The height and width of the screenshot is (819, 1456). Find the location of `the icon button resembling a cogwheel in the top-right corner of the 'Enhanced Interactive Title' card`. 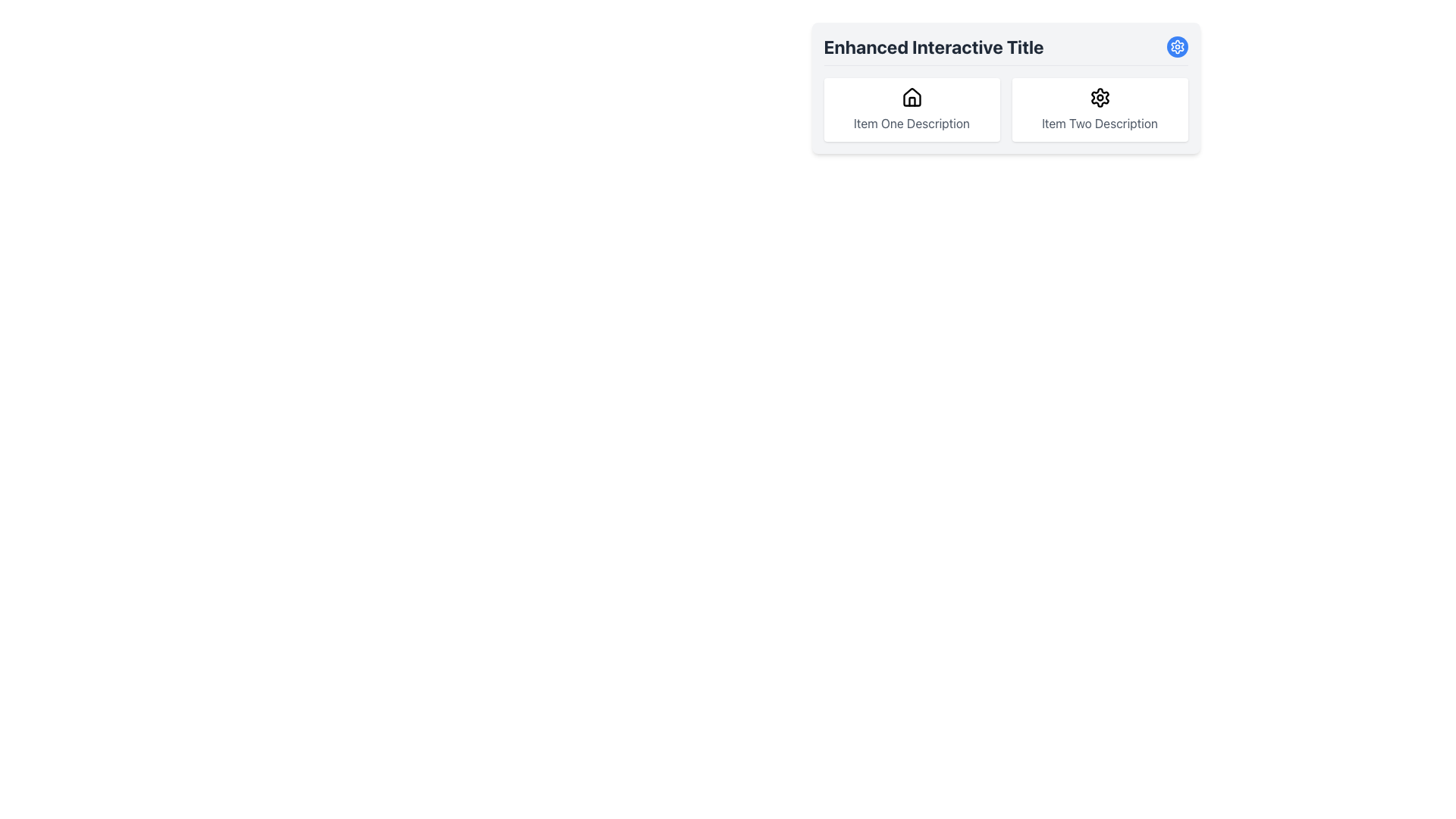

the icon button resembling a cogwheel in the top-right corner of the 'Enhanced Interactive Title' card is located at coordinates (1176, 45).